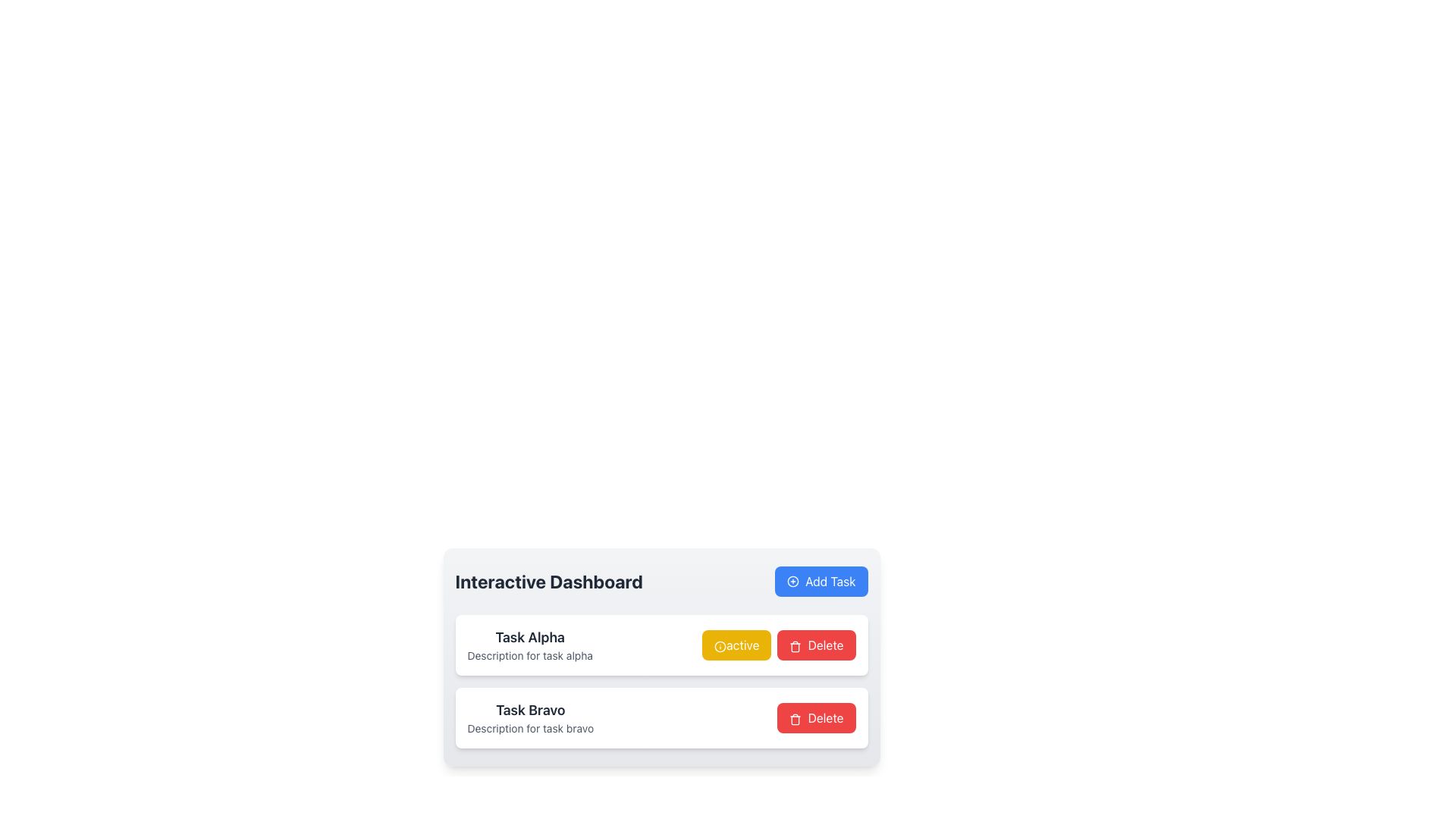  I want to click on the 'pending' button with rounded edges located in the second task row labeled 'Task Bravo', so click(730, 717).